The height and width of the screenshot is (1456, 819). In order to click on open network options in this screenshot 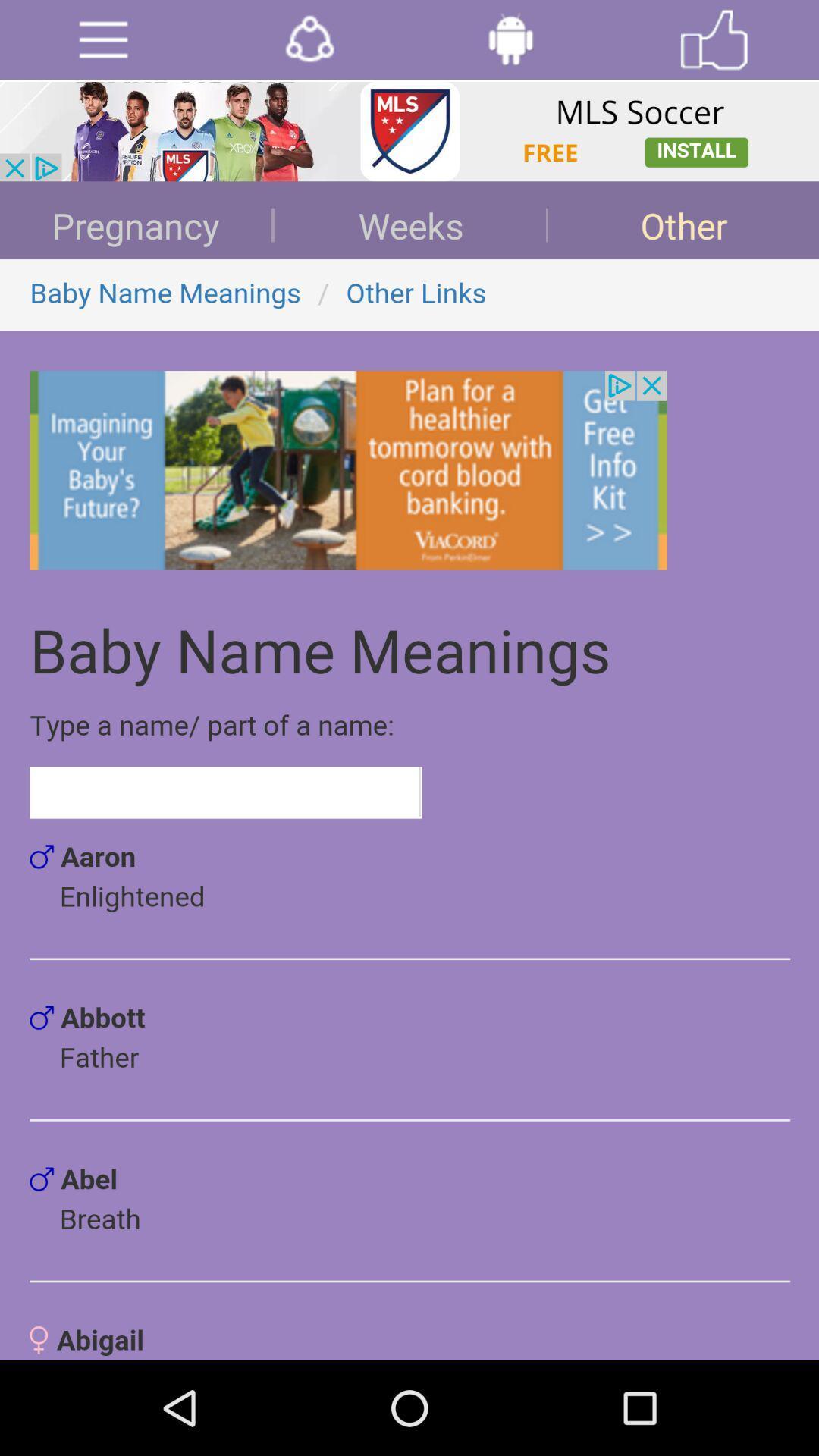, I will do `click(309, 39)`.